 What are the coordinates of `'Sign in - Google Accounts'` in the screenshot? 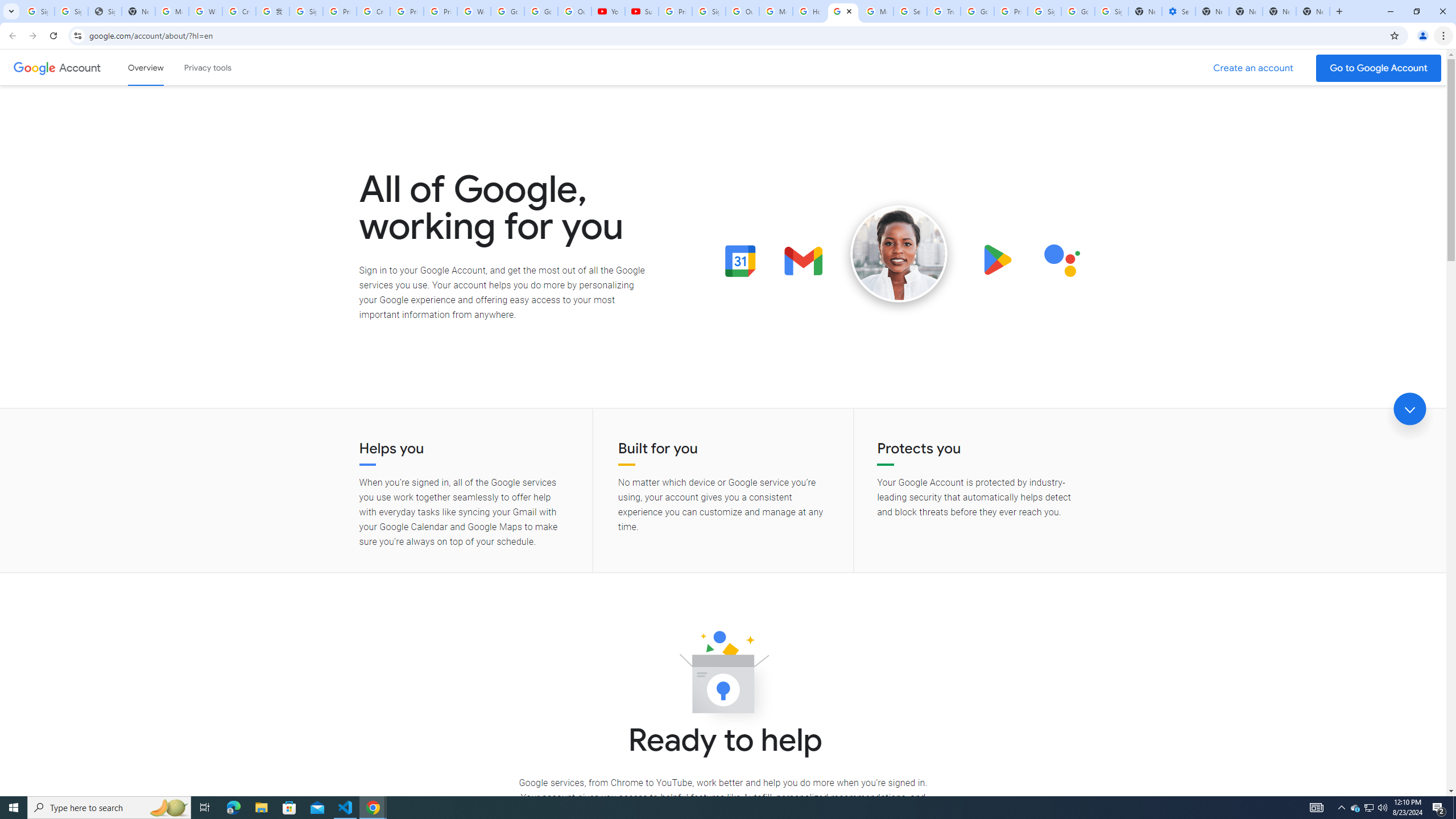 It's located at (71, 11).